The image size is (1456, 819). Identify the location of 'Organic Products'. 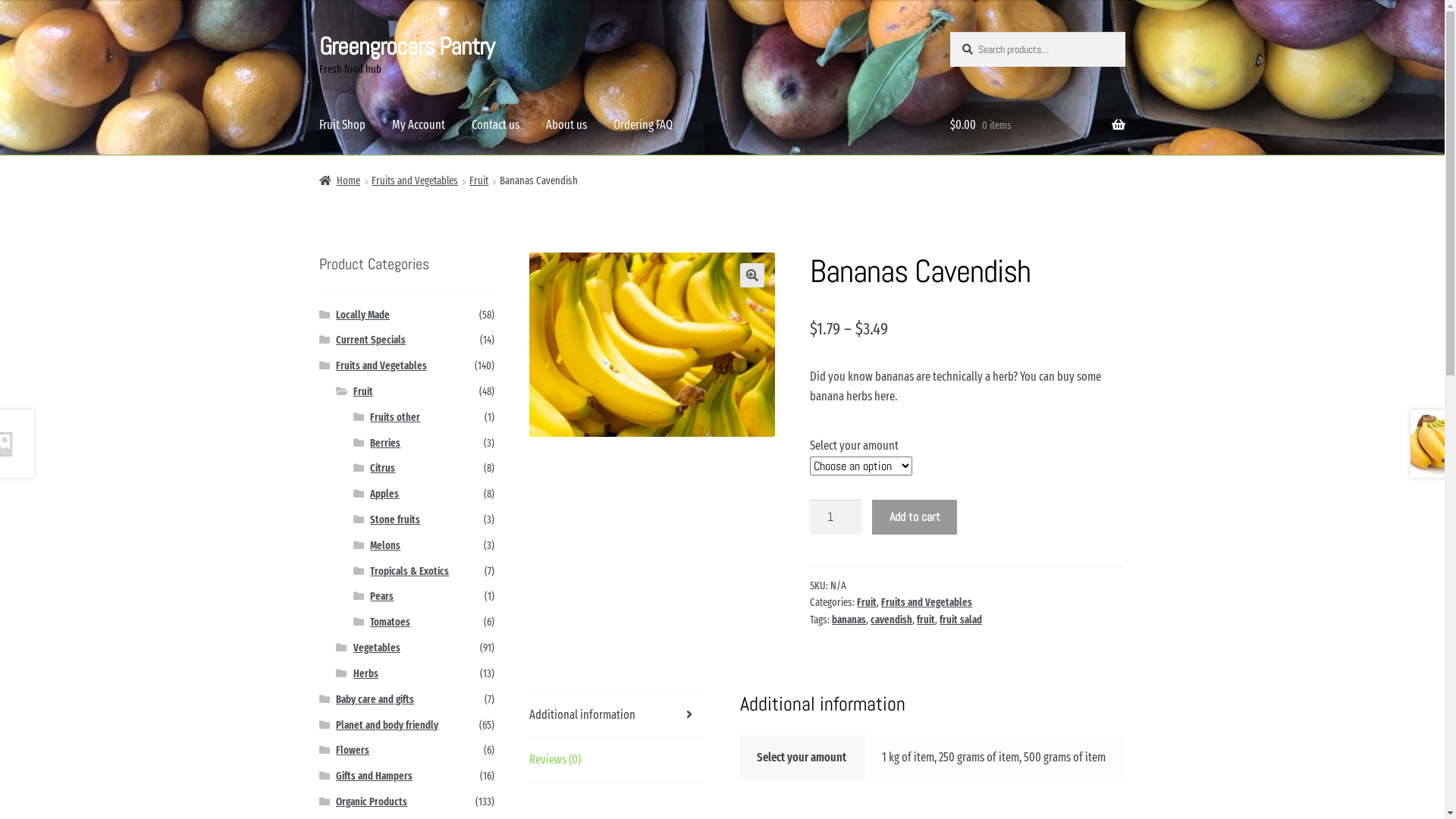
(371, 801).